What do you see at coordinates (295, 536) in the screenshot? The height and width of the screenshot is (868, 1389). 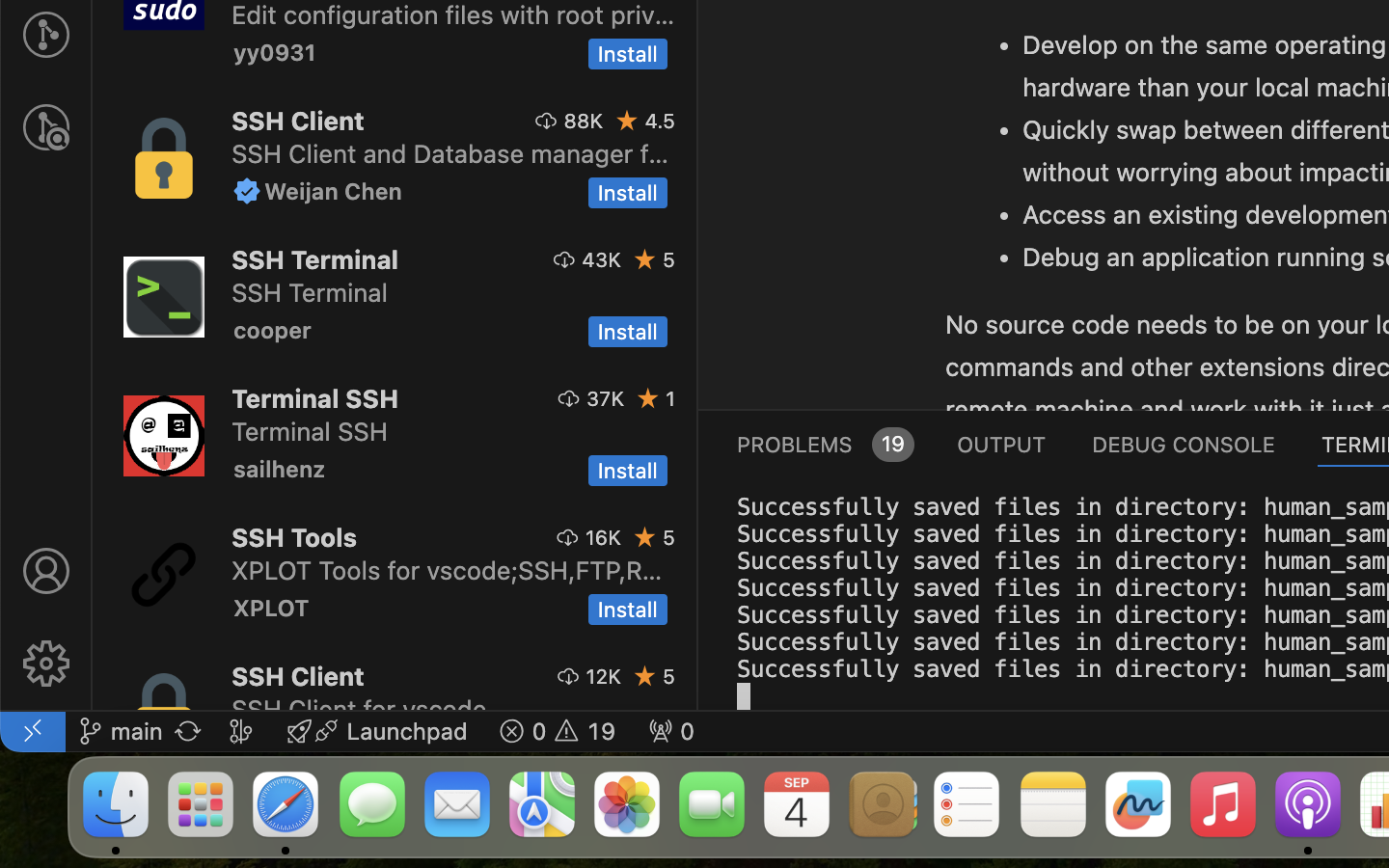 I see `'SSH Tools'` at bounding box center [295, 536].